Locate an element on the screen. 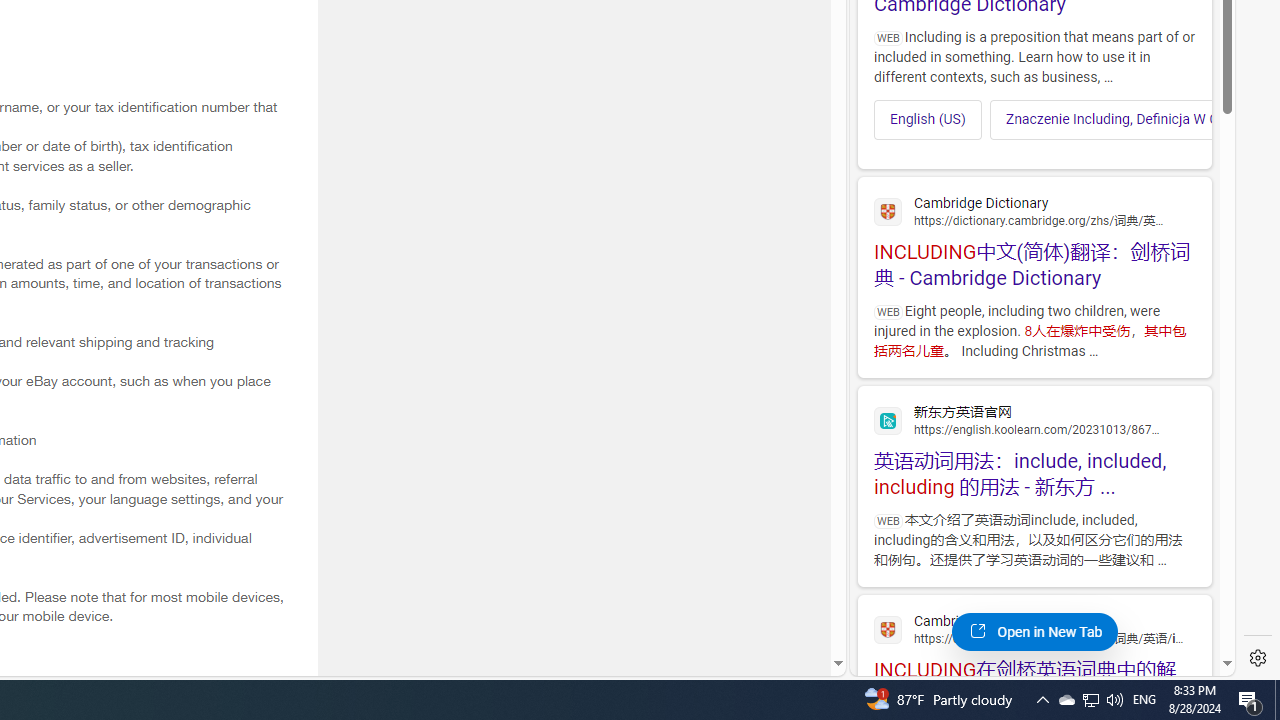  'English (US)' is located at coordinates (927, 119).